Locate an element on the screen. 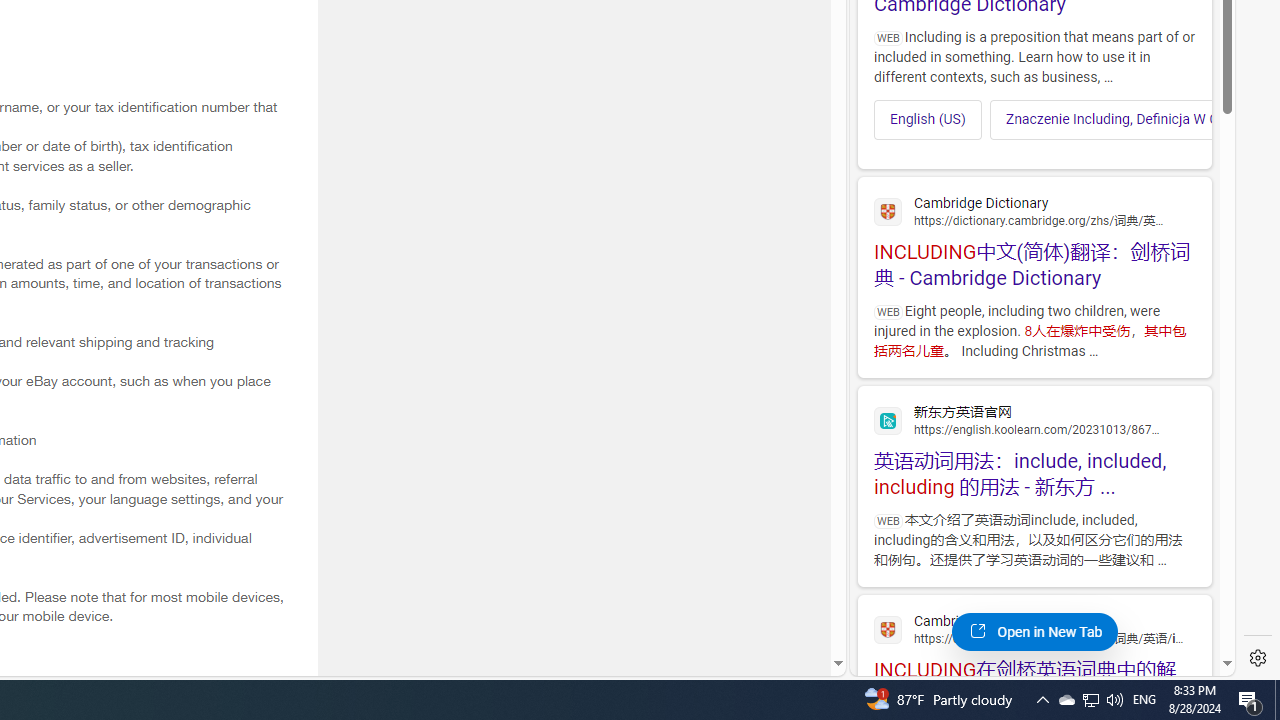  'English (US)' is located at coordinates (927, 119).